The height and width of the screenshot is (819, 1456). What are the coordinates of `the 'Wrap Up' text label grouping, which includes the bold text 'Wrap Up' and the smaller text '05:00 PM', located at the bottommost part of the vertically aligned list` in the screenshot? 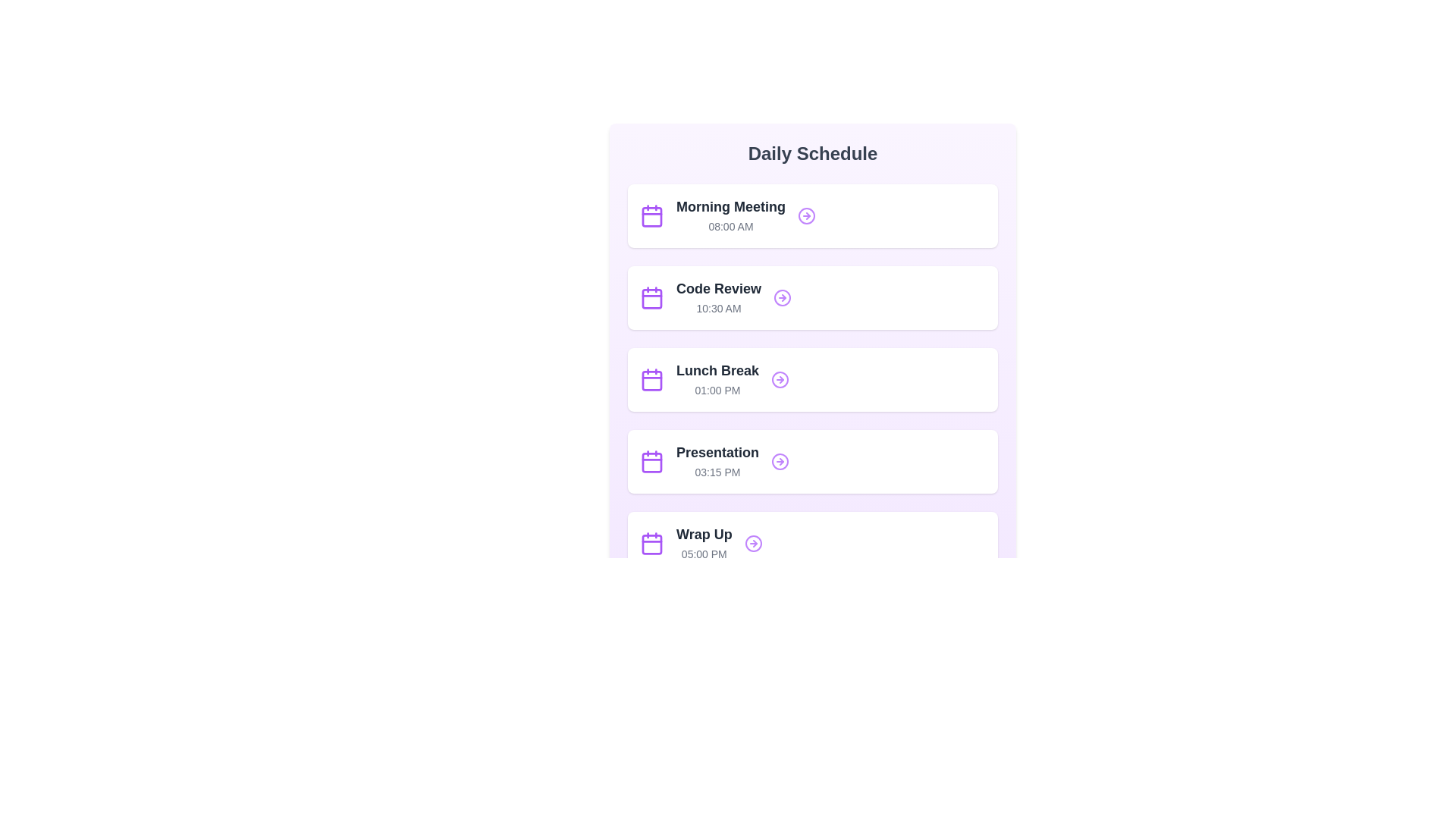 It's located at (703, 543).